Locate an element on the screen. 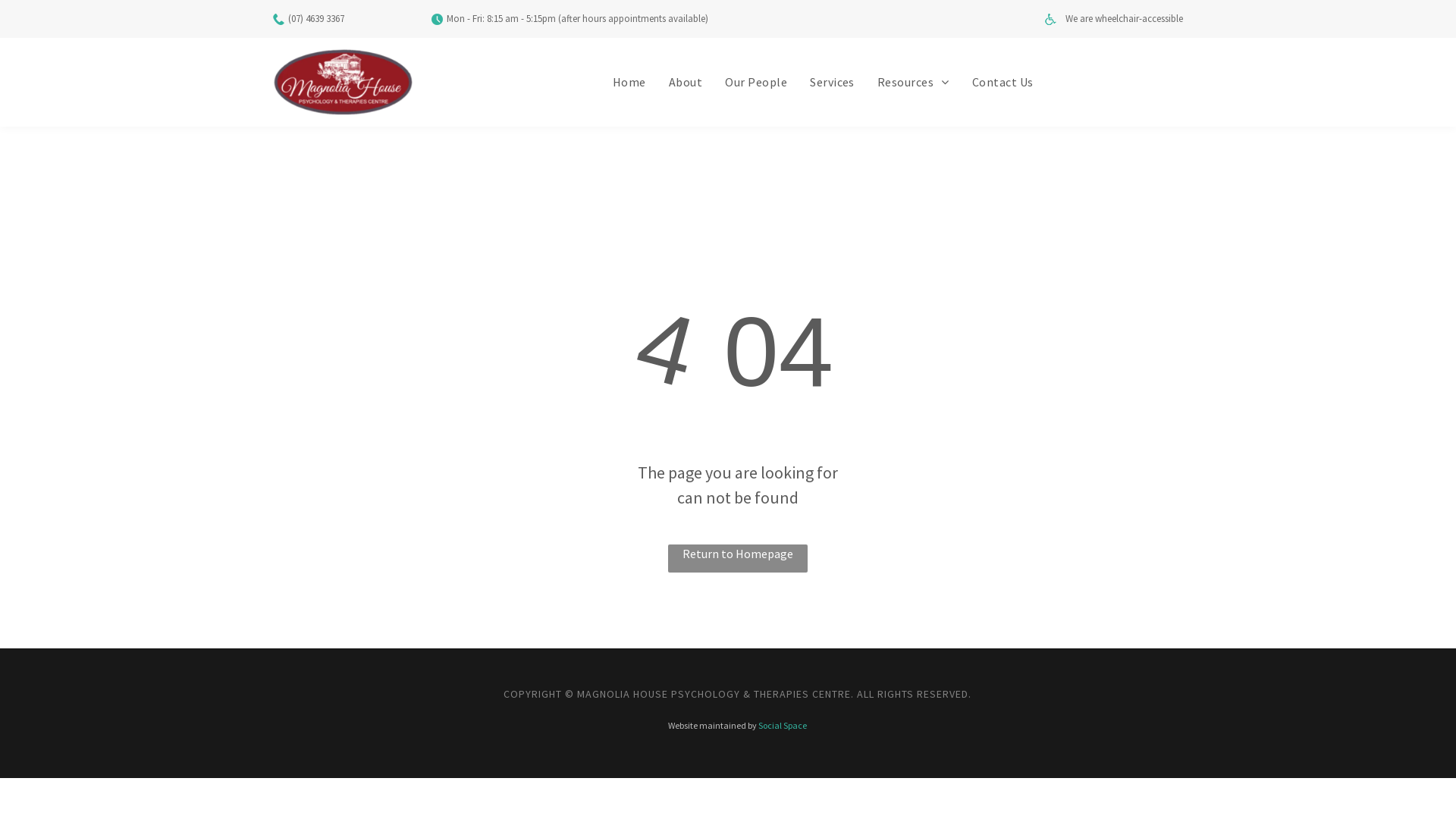 This screenshot has height=819, width=1456. 'Resources' is located at coordinates (912, 82).